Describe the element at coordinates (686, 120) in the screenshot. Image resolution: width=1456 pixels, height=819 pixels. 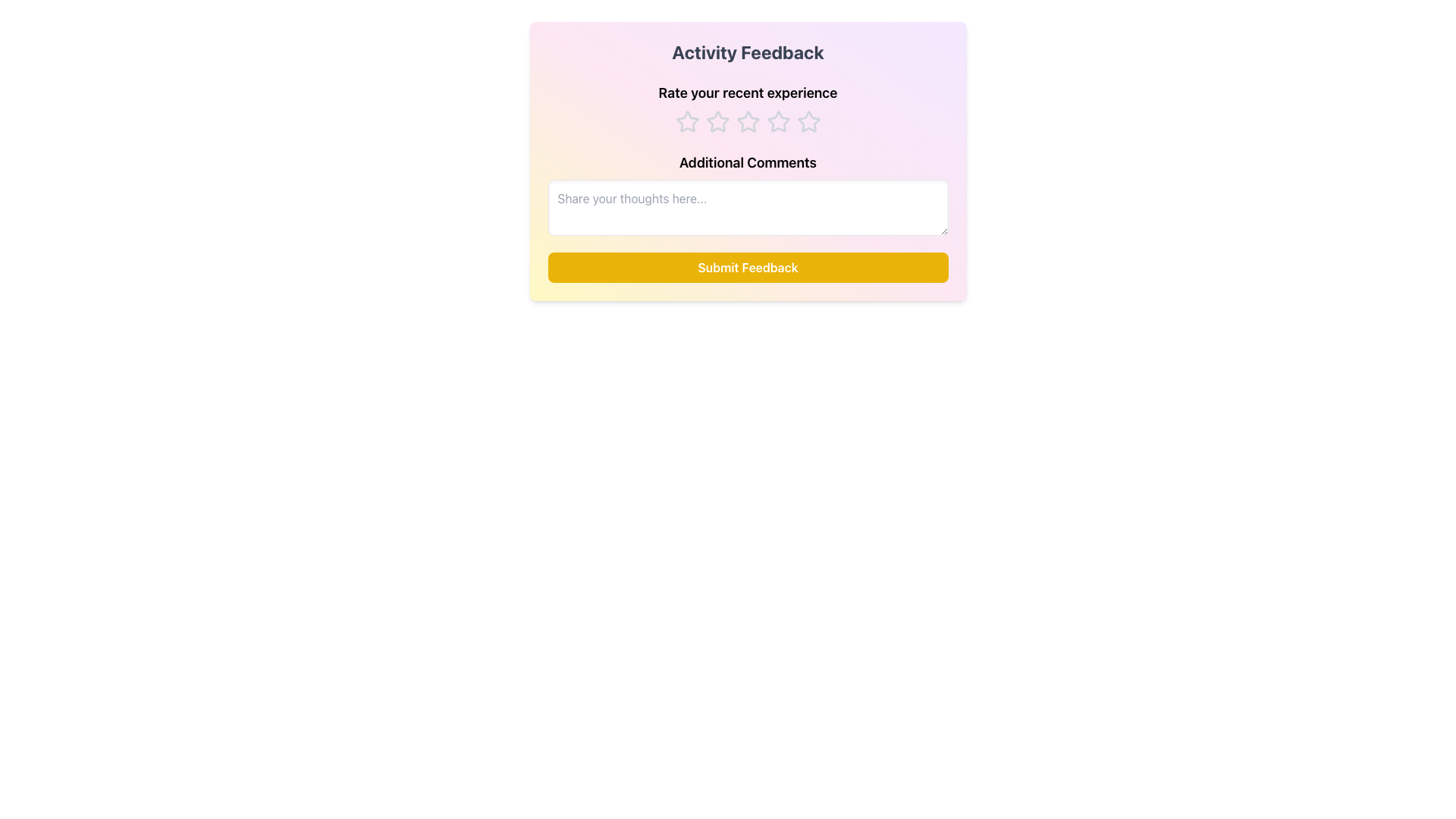
I see `the first star in the rating system` at that location.